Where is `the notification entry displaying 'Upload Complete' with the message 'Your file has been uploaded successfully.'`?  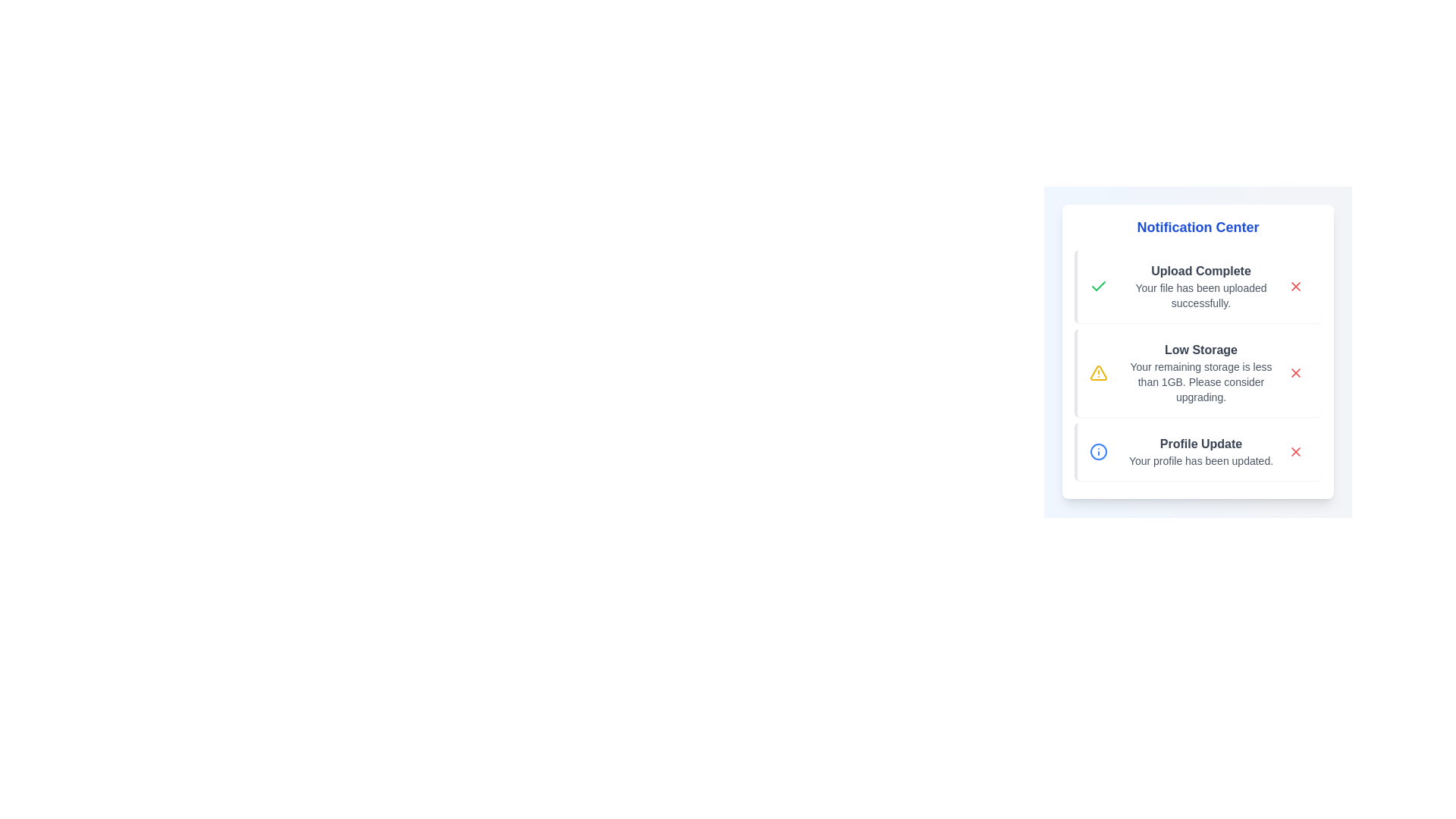 the notification entry displaying 'Upload Complete' with the message 'Your file has been uploaded successfully.' is located at coordinates (1200, 287).